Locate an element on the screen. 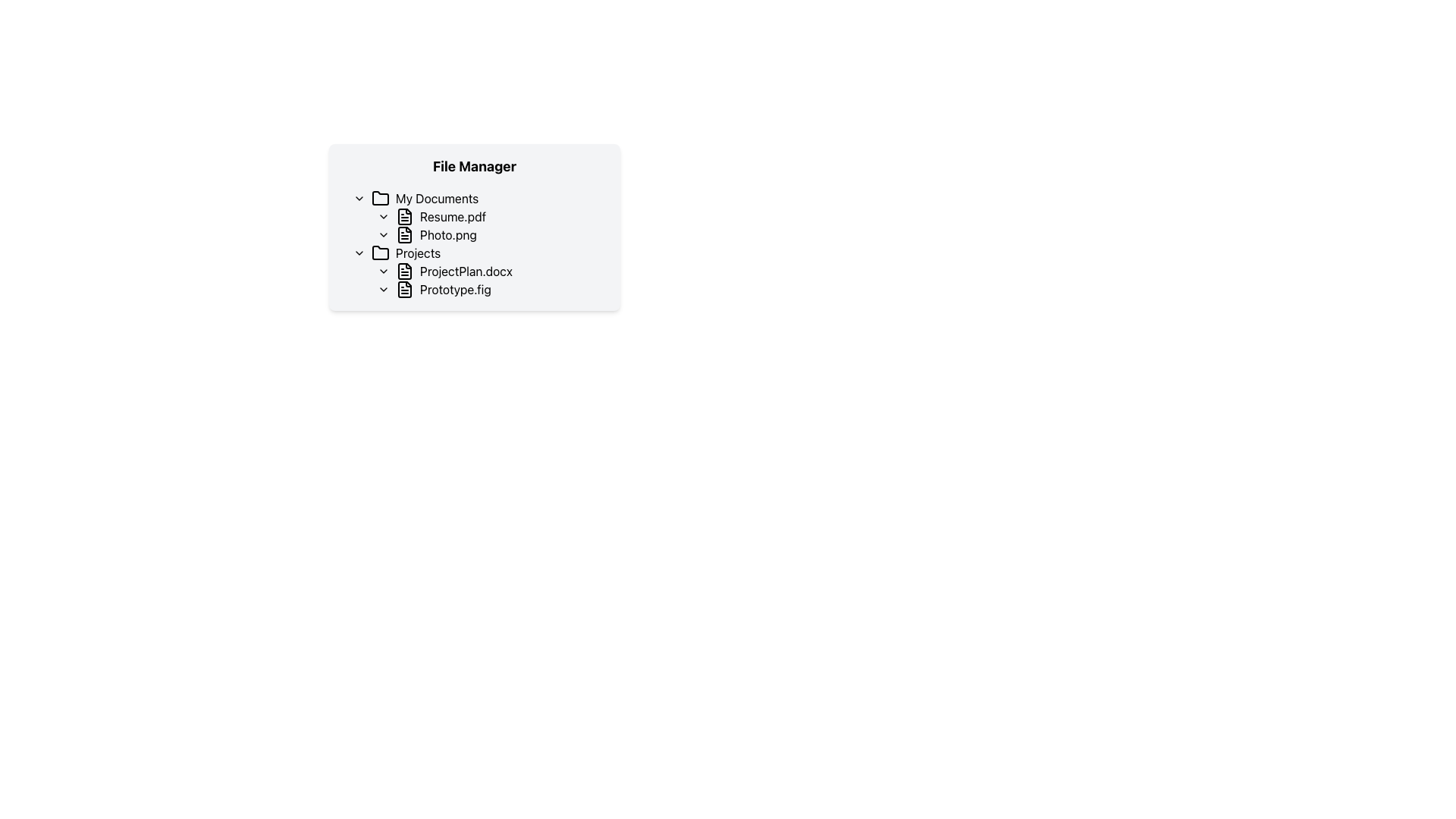 The height and width of the screenshot is (819, 1456). the text display element that shows the filenames 'Resume.pdf' and 'Photo.png' located under the 'My Documents' folder is located at coordinates (479, 225).